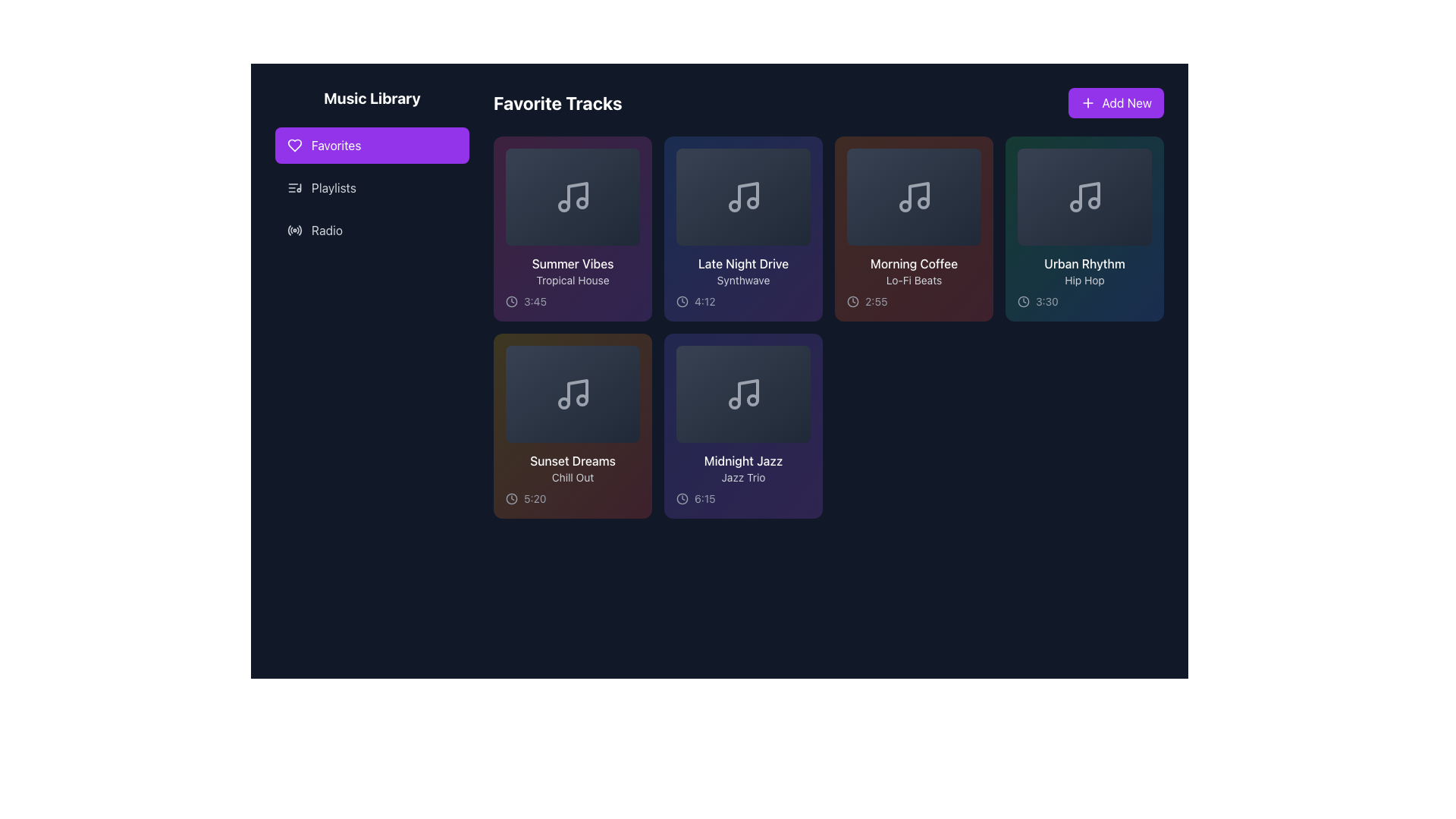 The image size is (1456, 819). Describe the element at coordinates (335, 146) in the screenshot. I see `the 'Favorites' text label element in the left sidebar menu that features a white font on a purple background, indicating its active state` at that location.